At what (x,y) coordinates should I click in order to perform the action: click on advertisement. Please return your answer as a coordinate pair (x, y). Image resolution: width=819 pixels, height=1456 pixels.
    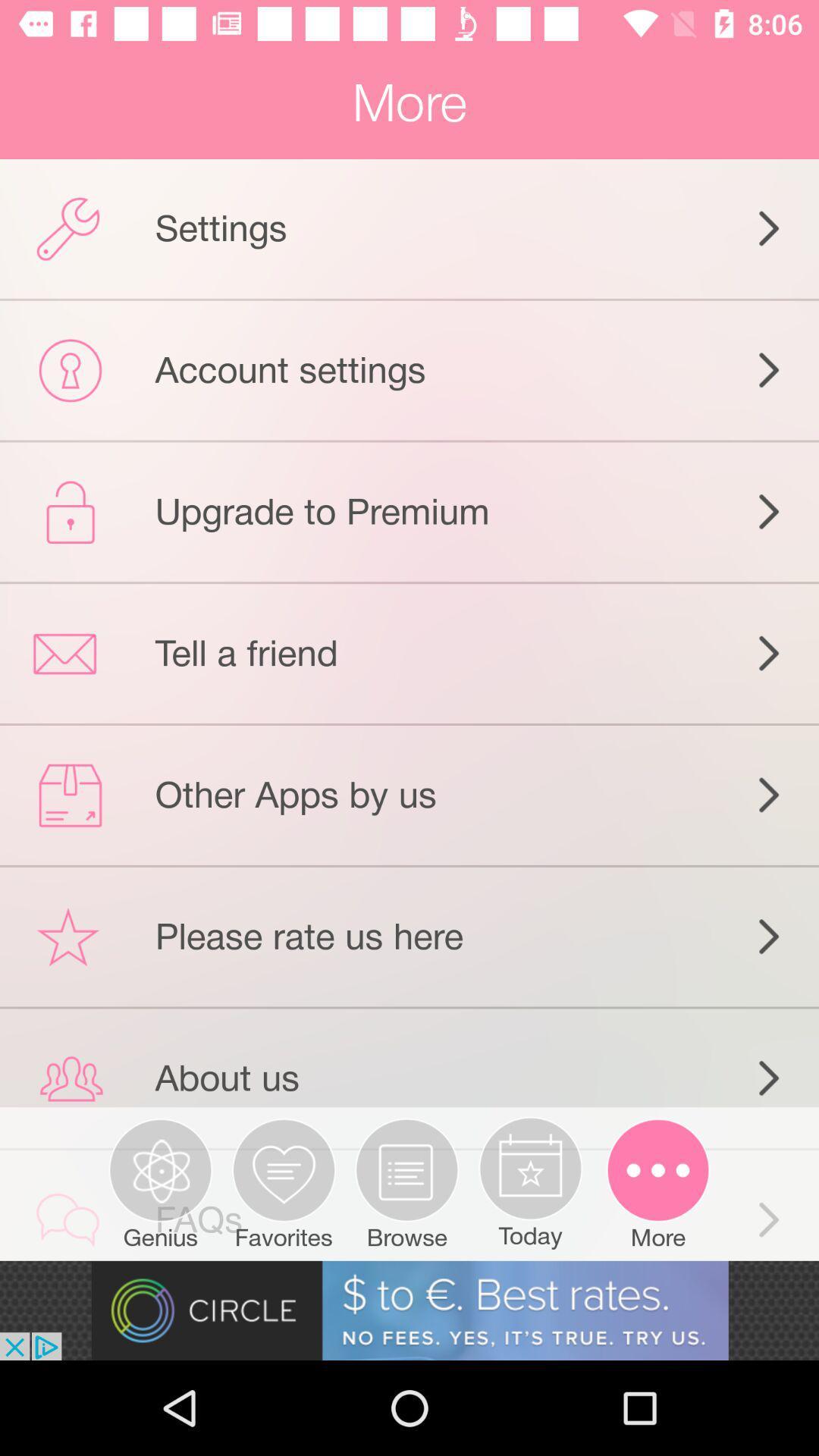
    Looking at the image, I should click on (409, 1310).